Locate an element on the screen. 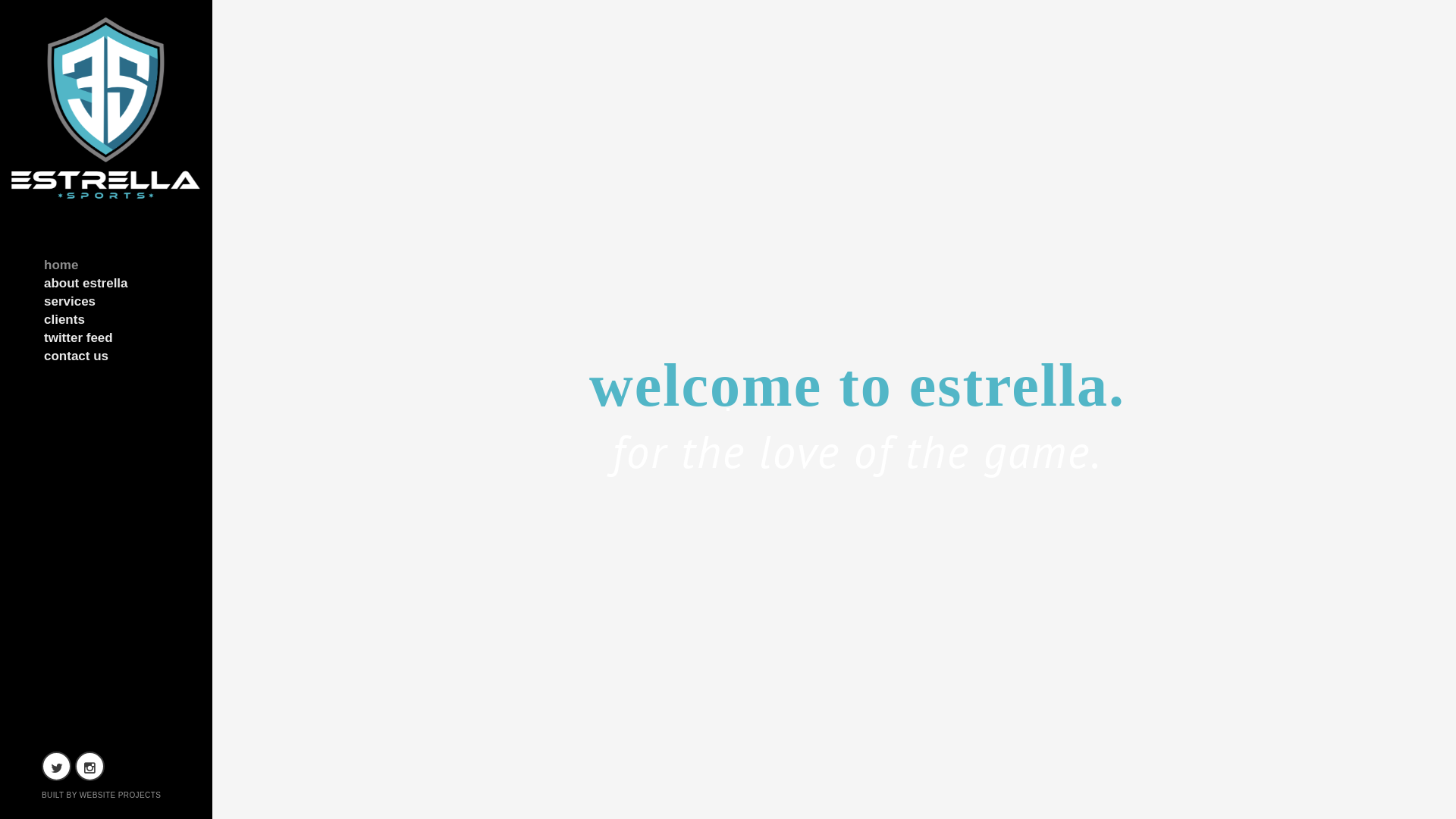  'home' is located at coordinates (106, 268).